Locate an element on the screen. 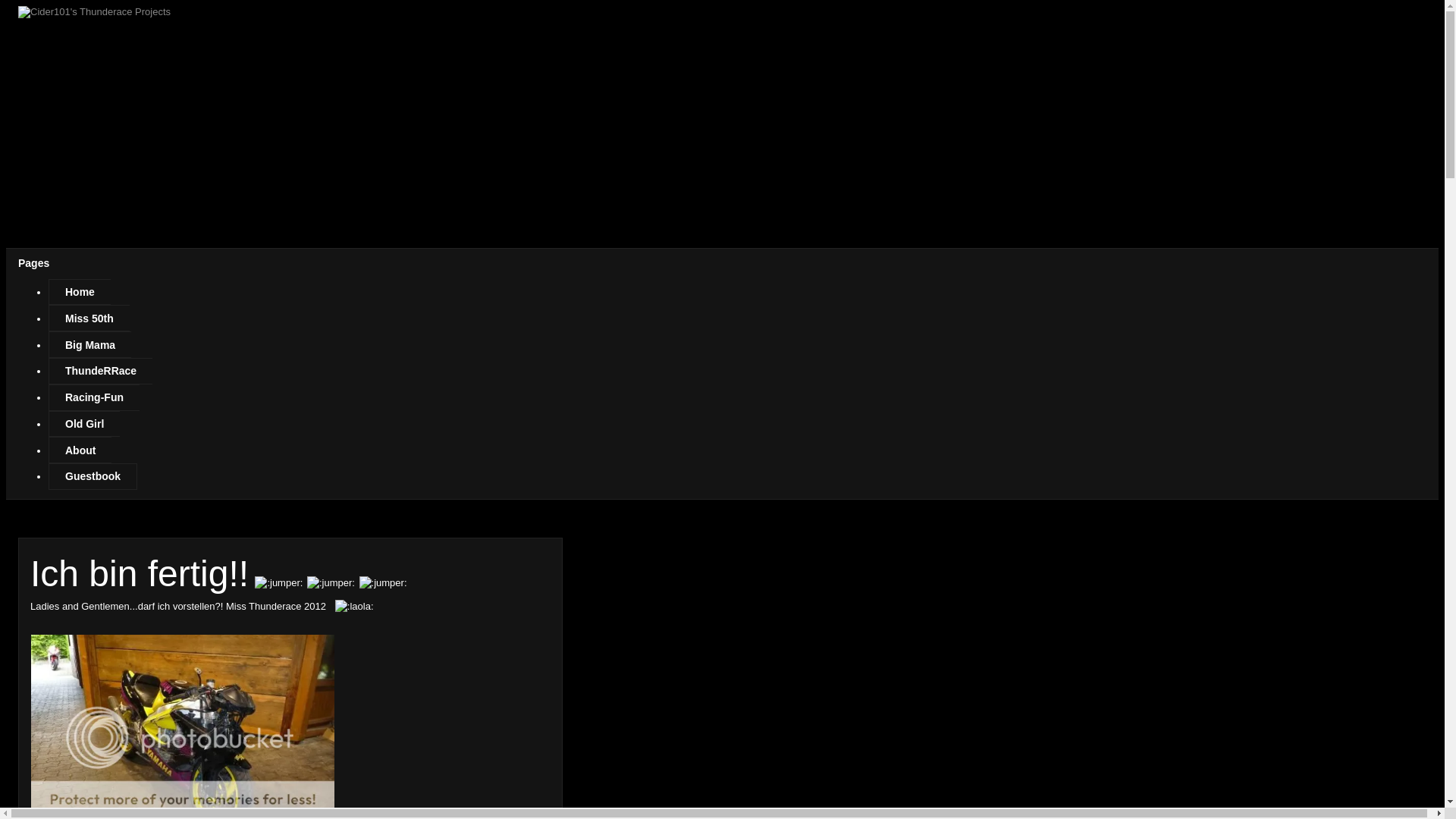 The width and height of the screenshot is (1456, 819). 'ThundeRRace' is located at coordinates (99, 371).